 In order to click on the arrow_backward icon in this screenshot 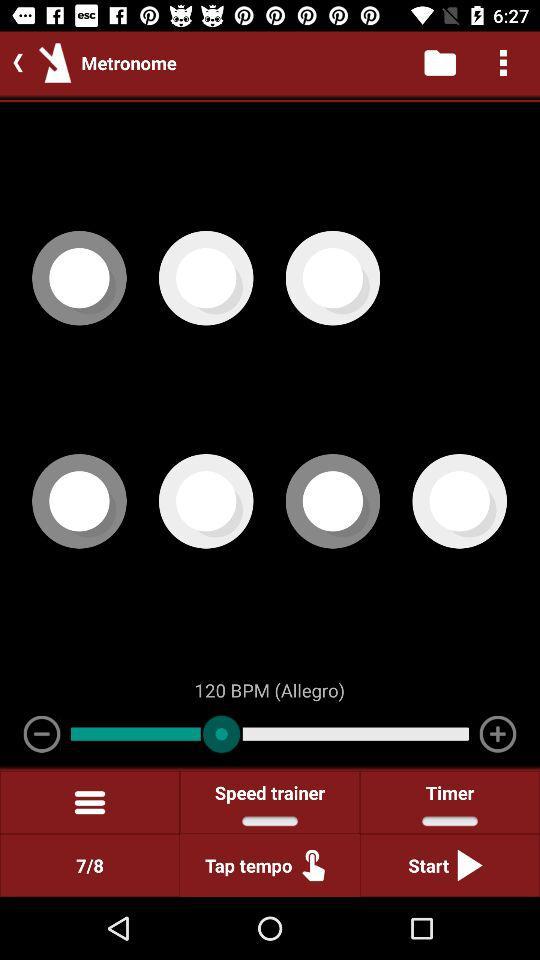, I will do `click(13, 62)`.